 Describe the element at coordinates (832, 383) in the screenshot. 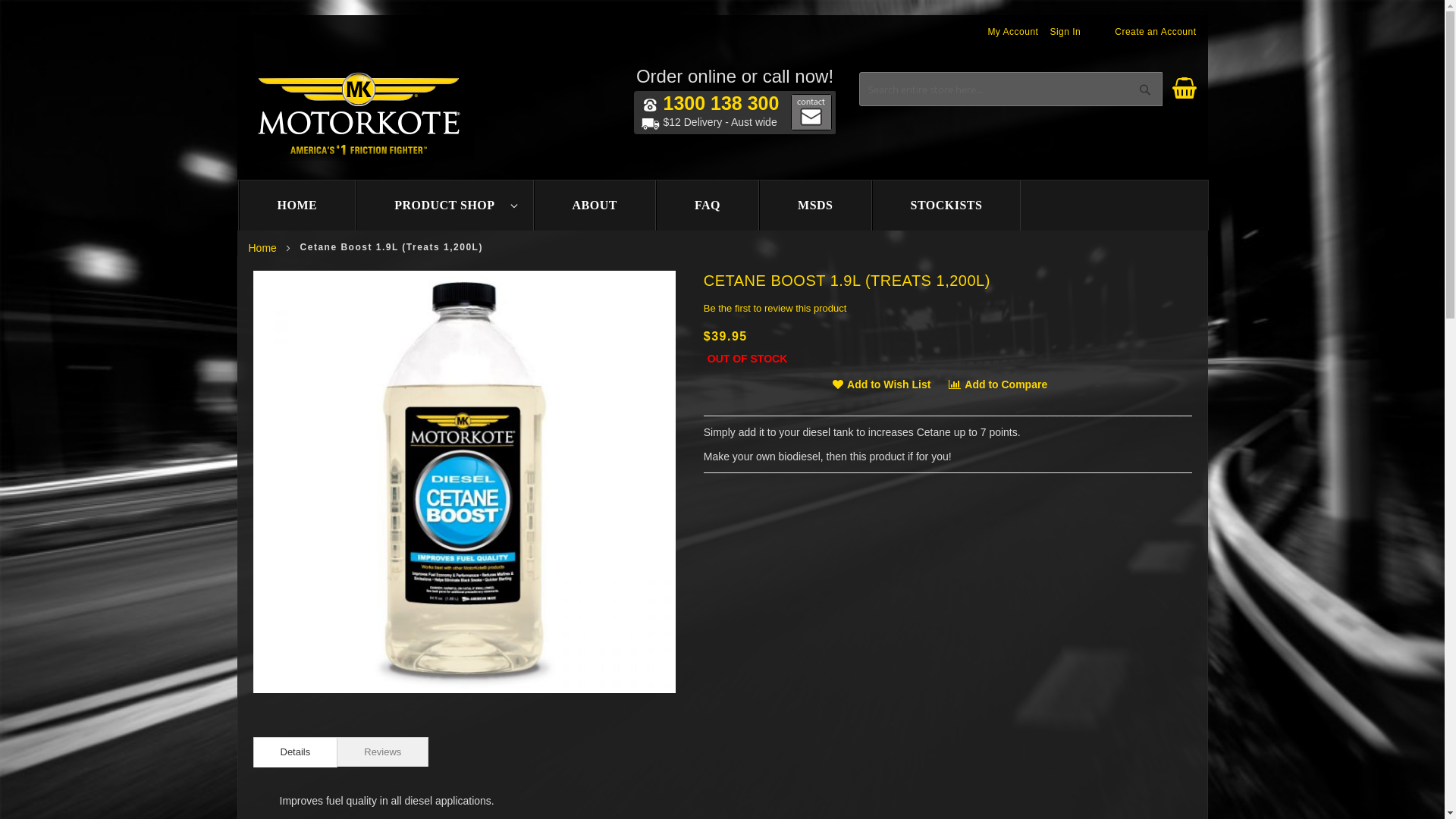

I see `'Add to Wish List'` at that location.